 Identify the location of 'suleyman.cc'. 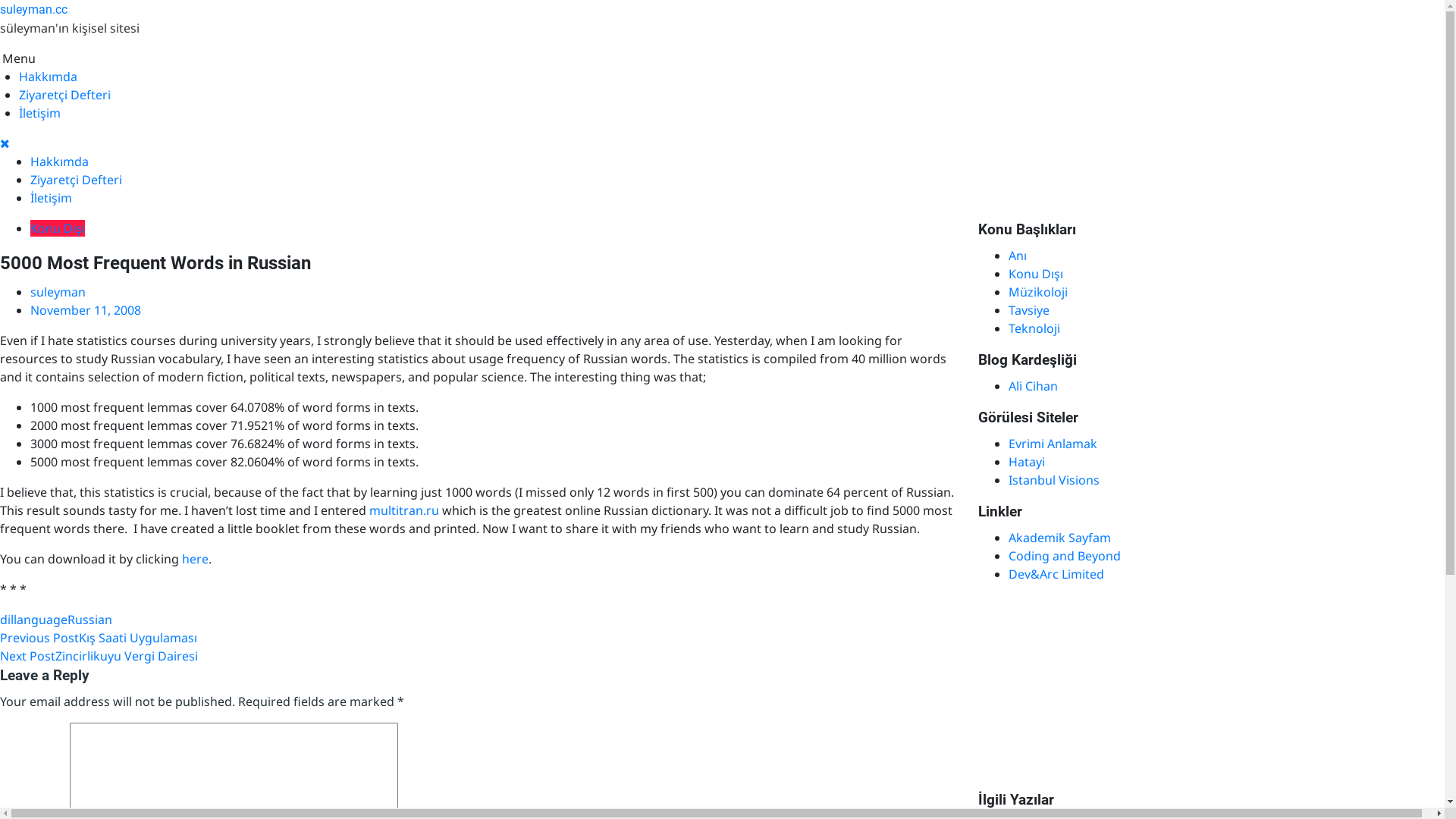
(33, 9).